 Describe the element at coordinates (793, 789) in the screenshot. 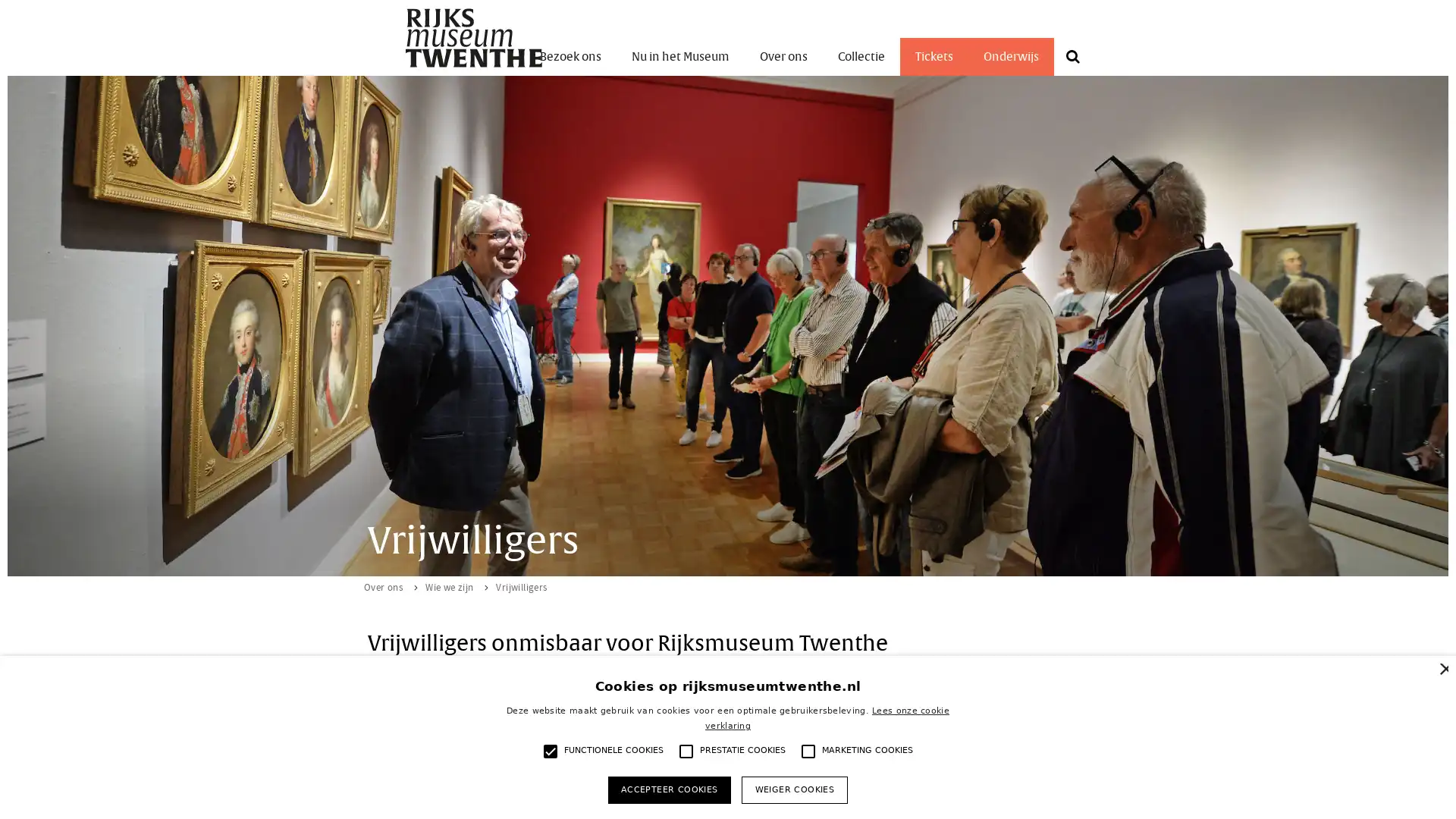

I see `WEIGER COOKIES` at that location.